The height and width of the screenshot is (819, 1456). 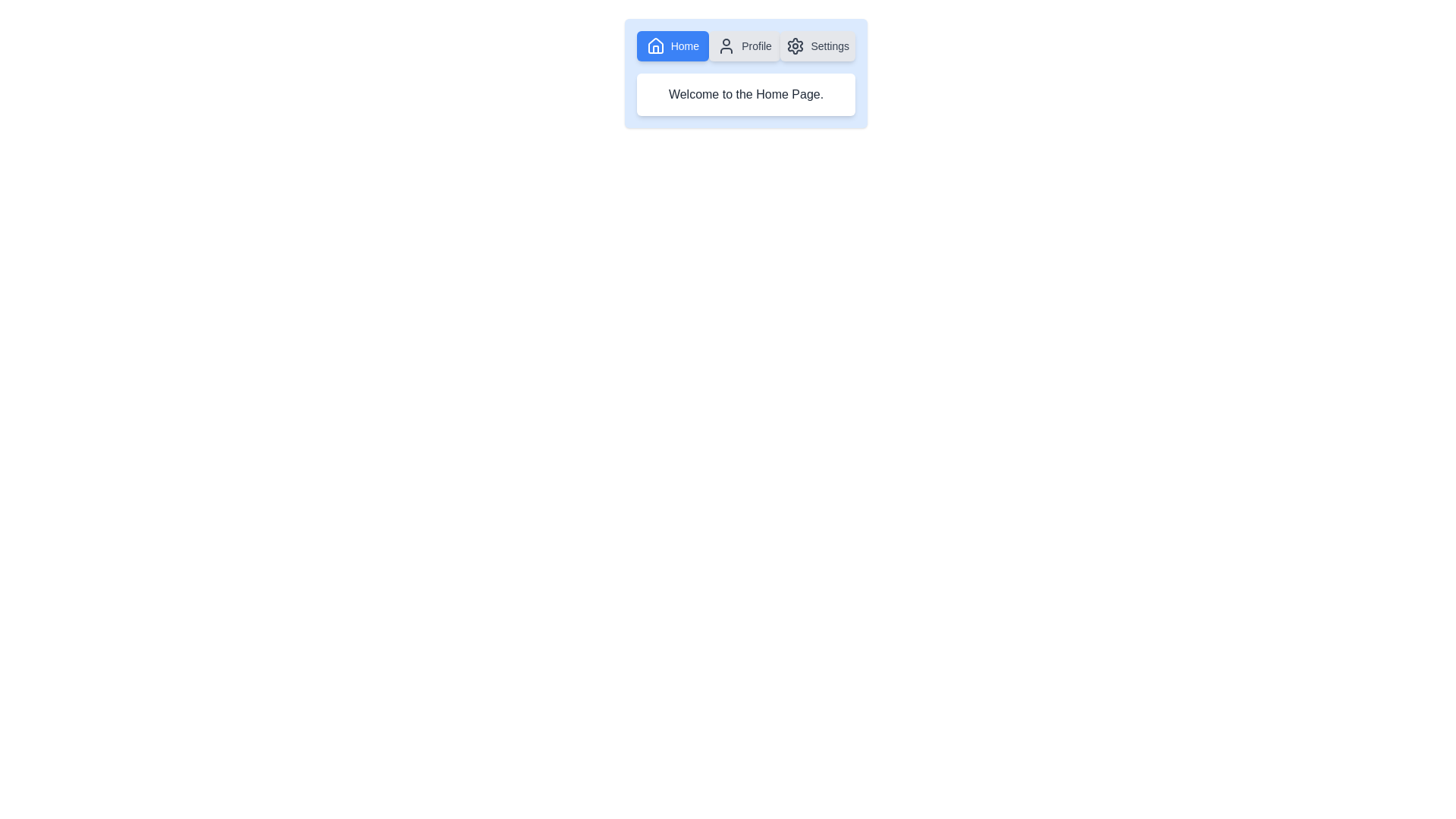 What do you see at coordinates (655, 45) in the screenshot?
I see `the house icon` at bounding box center [655, 45].